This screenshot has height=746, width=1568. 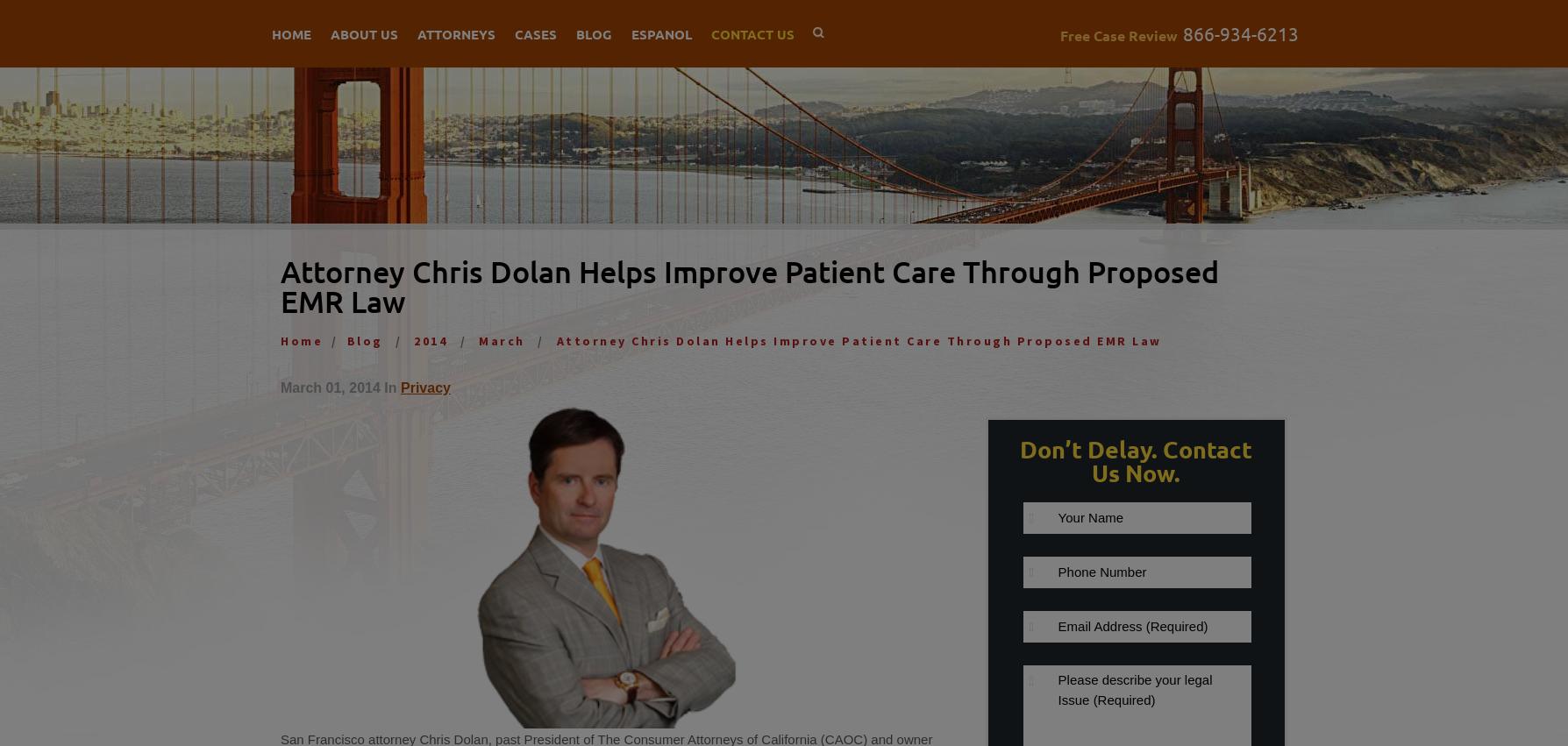 I want to click on 'Car, Bike & Motorcycle Crashes', so click(x=629, y=86).